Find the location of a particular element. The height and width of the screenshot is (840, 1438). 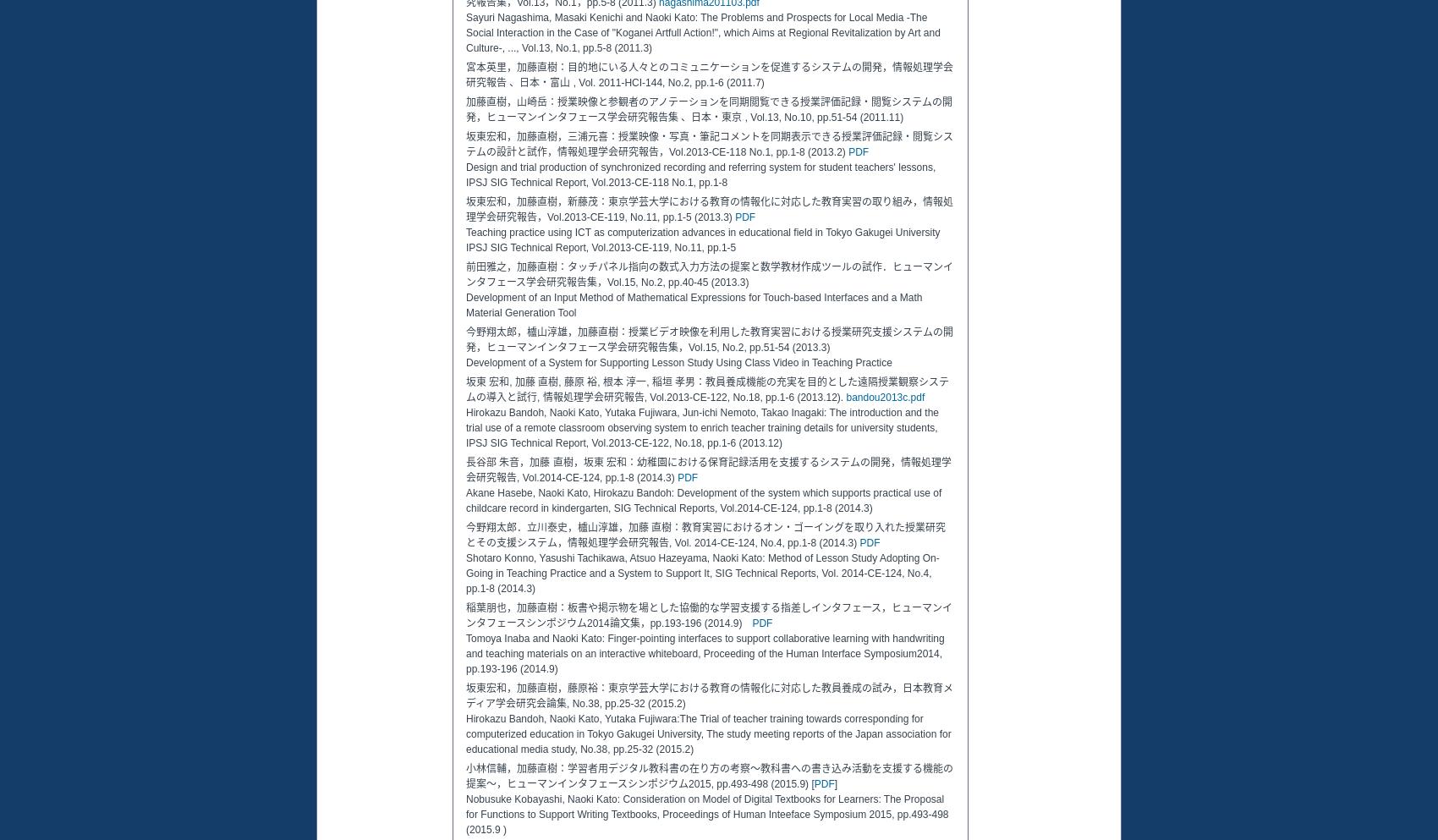

'Akane Hasebe, Naoki Kato, Hirokazu Bandoh: Development of the system which supports practical use of childcare record in kindergarten, SIG Technical Reports, Vol.2014-CE-124, pp.1-8 (2014.3)' is located at coordinates (464, 501).